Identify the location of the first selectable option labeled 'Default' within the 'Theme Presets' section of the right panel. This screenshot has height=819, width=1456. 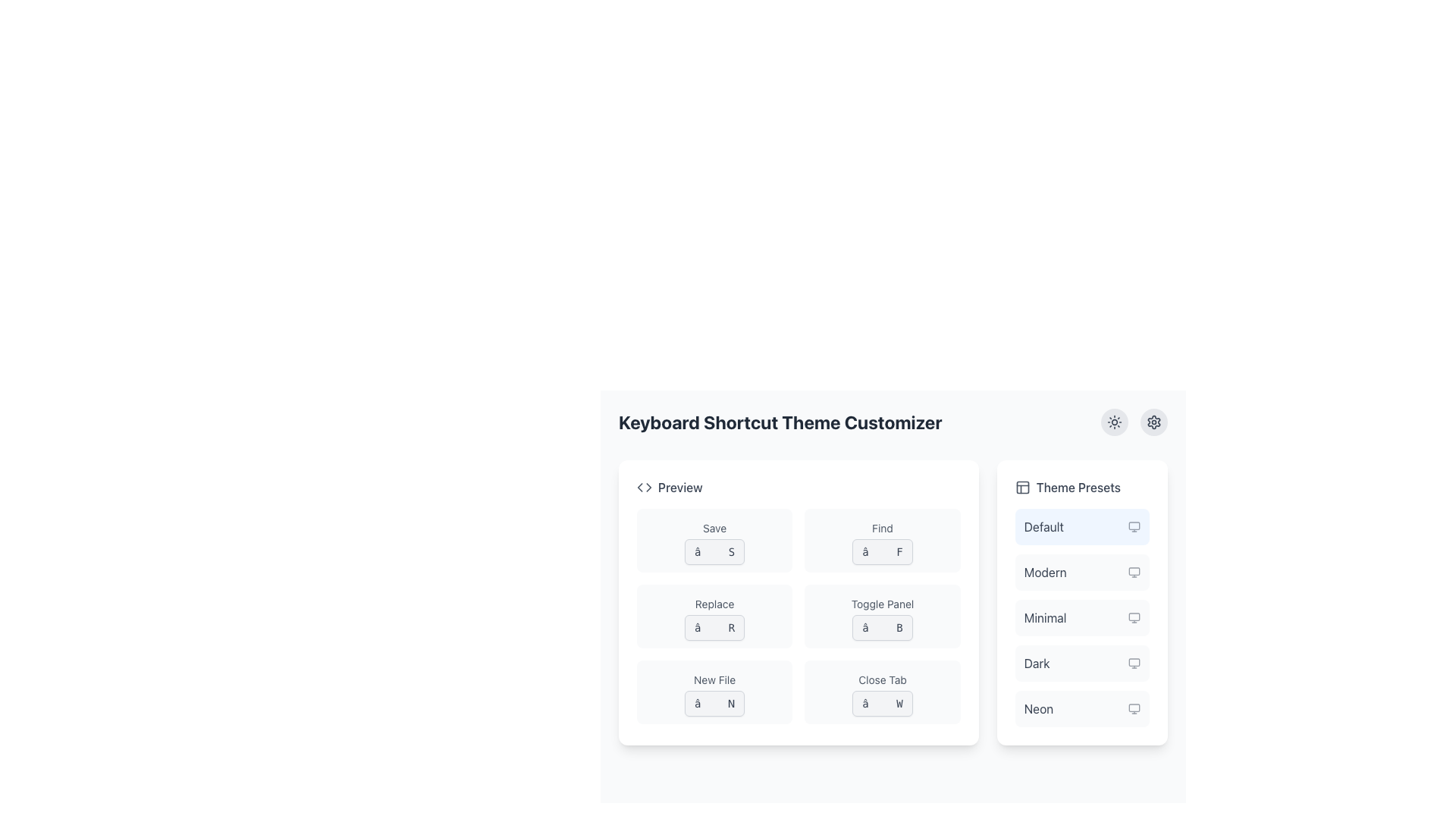
(1081, 526).